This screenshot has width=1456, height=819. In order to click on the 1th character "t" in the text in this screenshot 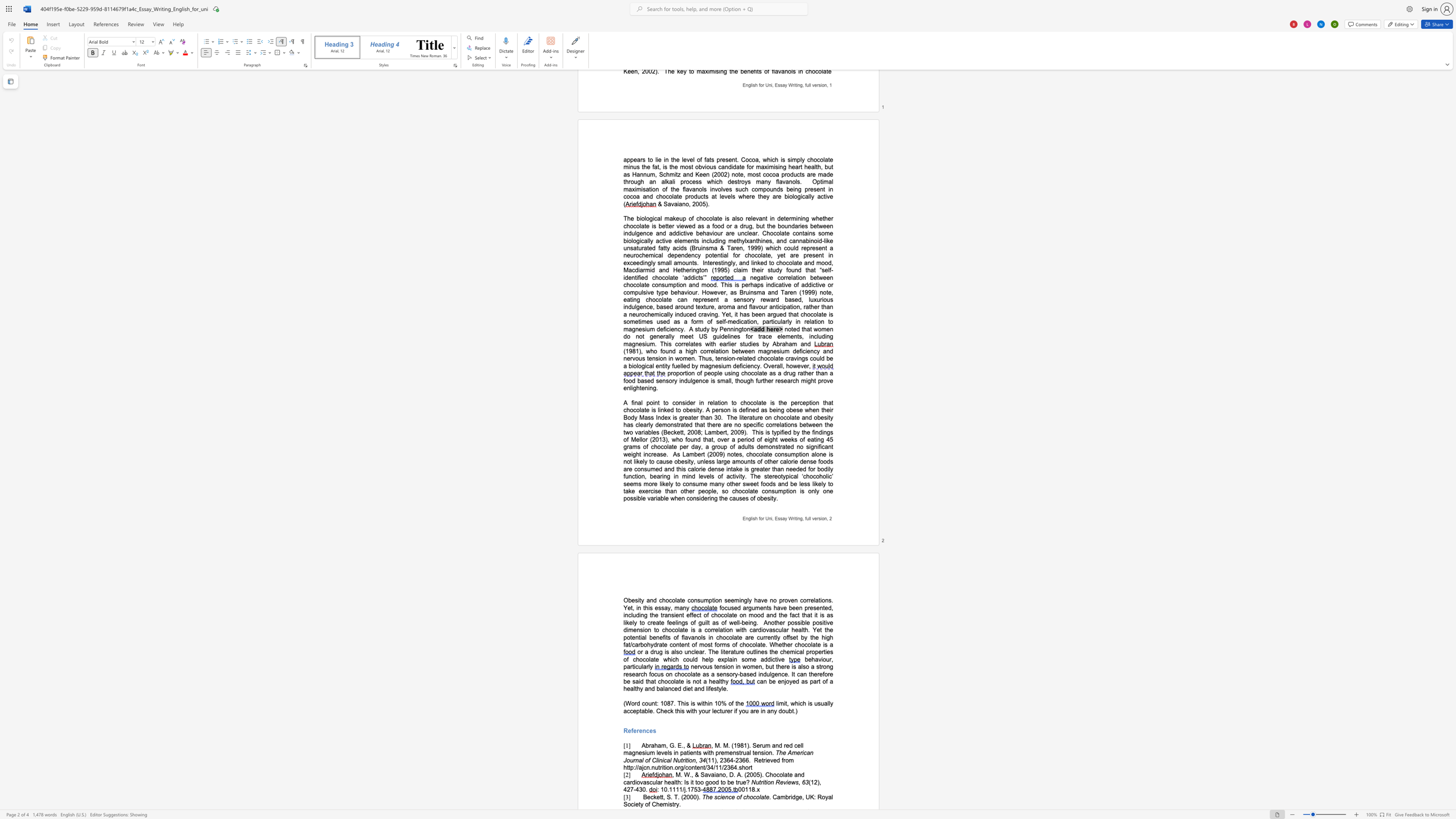, I will do `click(760, 782)`.